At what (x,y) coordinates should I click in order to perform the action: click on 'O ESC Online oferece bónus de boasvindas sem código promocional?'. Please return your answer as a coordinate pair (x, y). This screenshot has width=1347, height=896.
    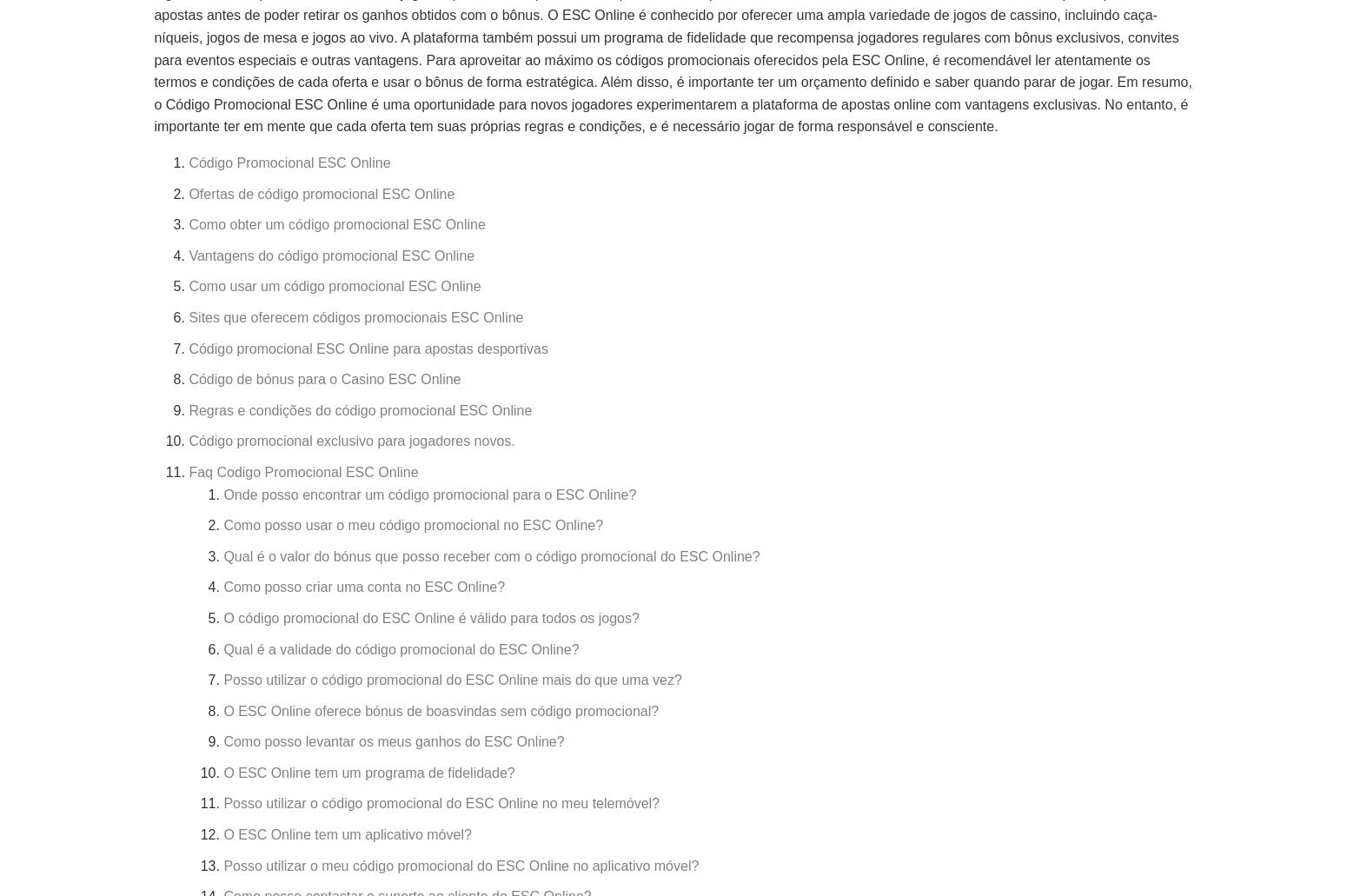
    Looking at the image, I should click on (222, 709).